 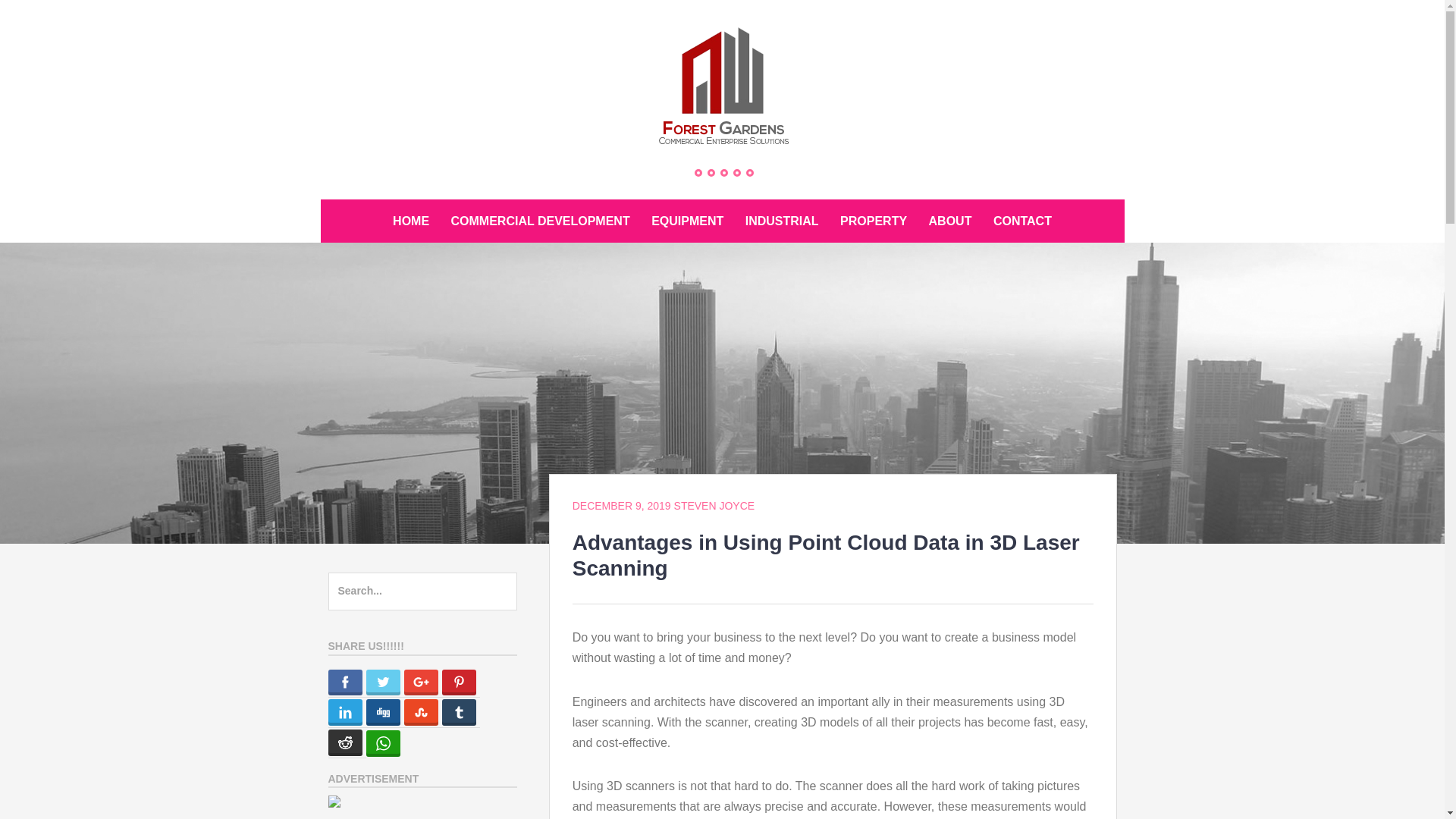 I want to click on 'Skip to content', so click(x=319, y=198).